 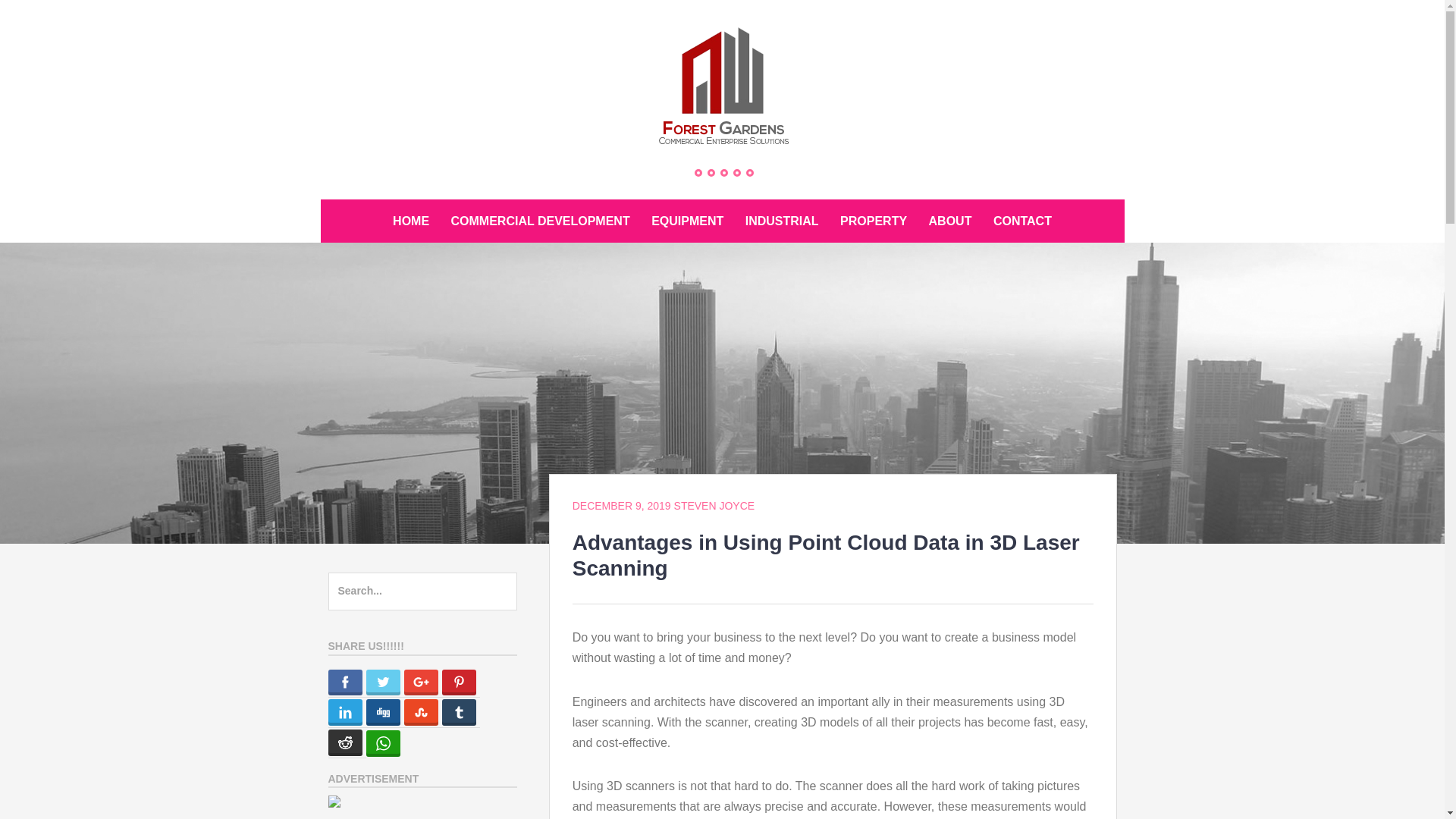 I want to click on 'Skip to content', so click(x=319, y=198).